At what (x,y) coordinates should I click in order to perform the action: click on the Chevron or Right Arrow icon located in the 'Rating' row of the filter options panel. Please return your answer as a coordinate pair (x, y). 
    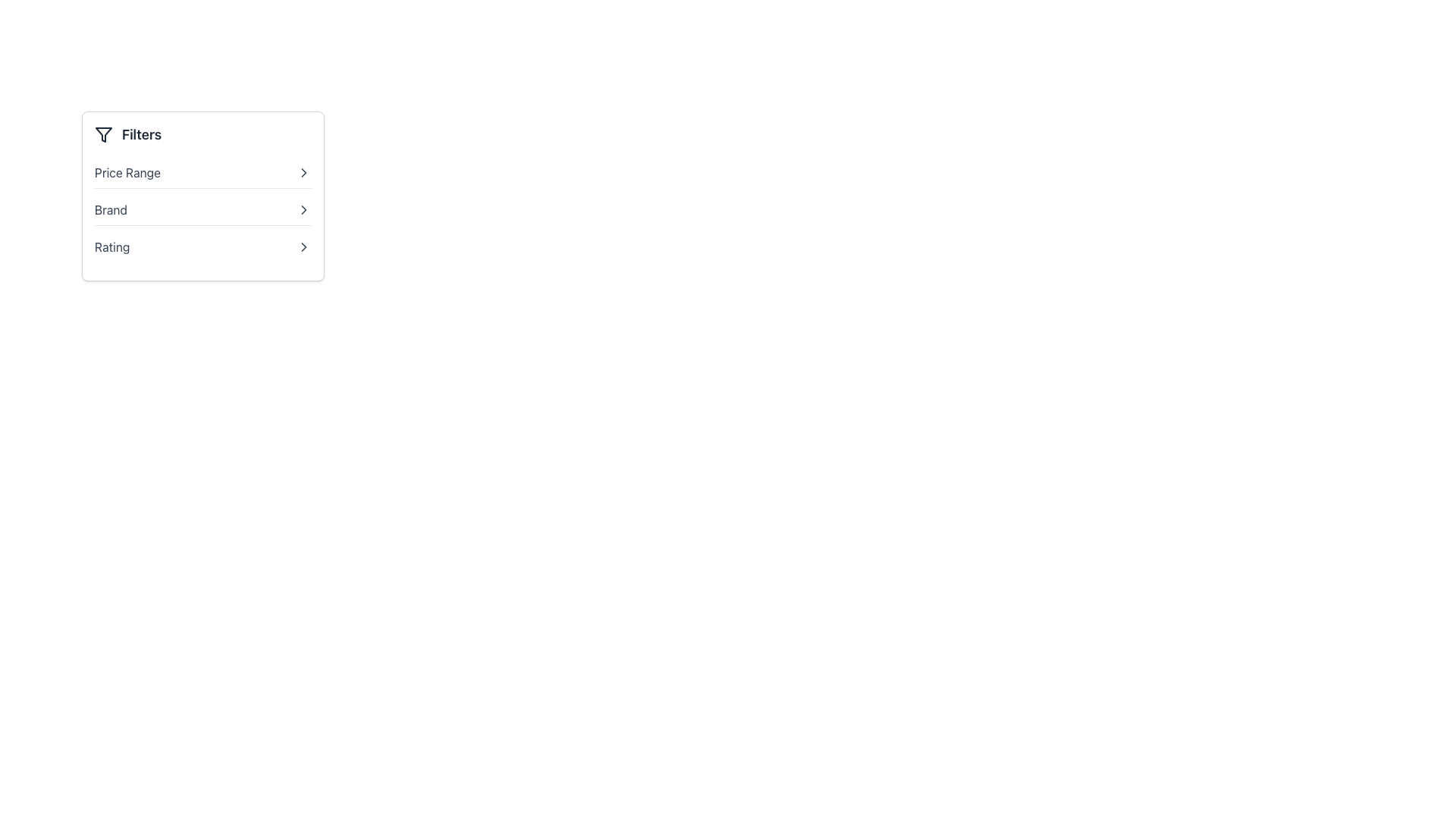
    Looking at the image, I should click on (303, 246).